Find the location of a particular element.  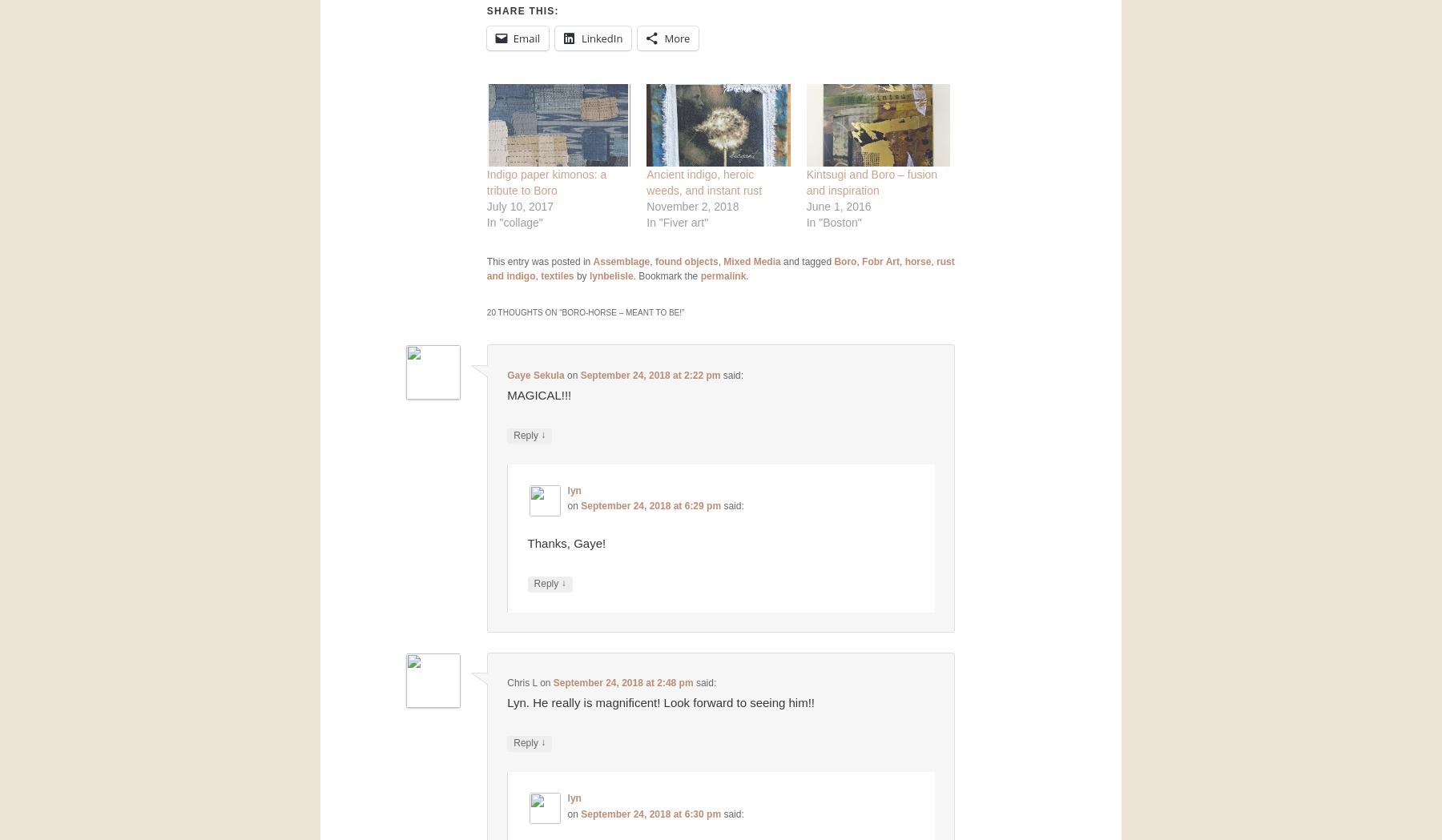

'Fobr Art' is located at coordinates (880, 260).